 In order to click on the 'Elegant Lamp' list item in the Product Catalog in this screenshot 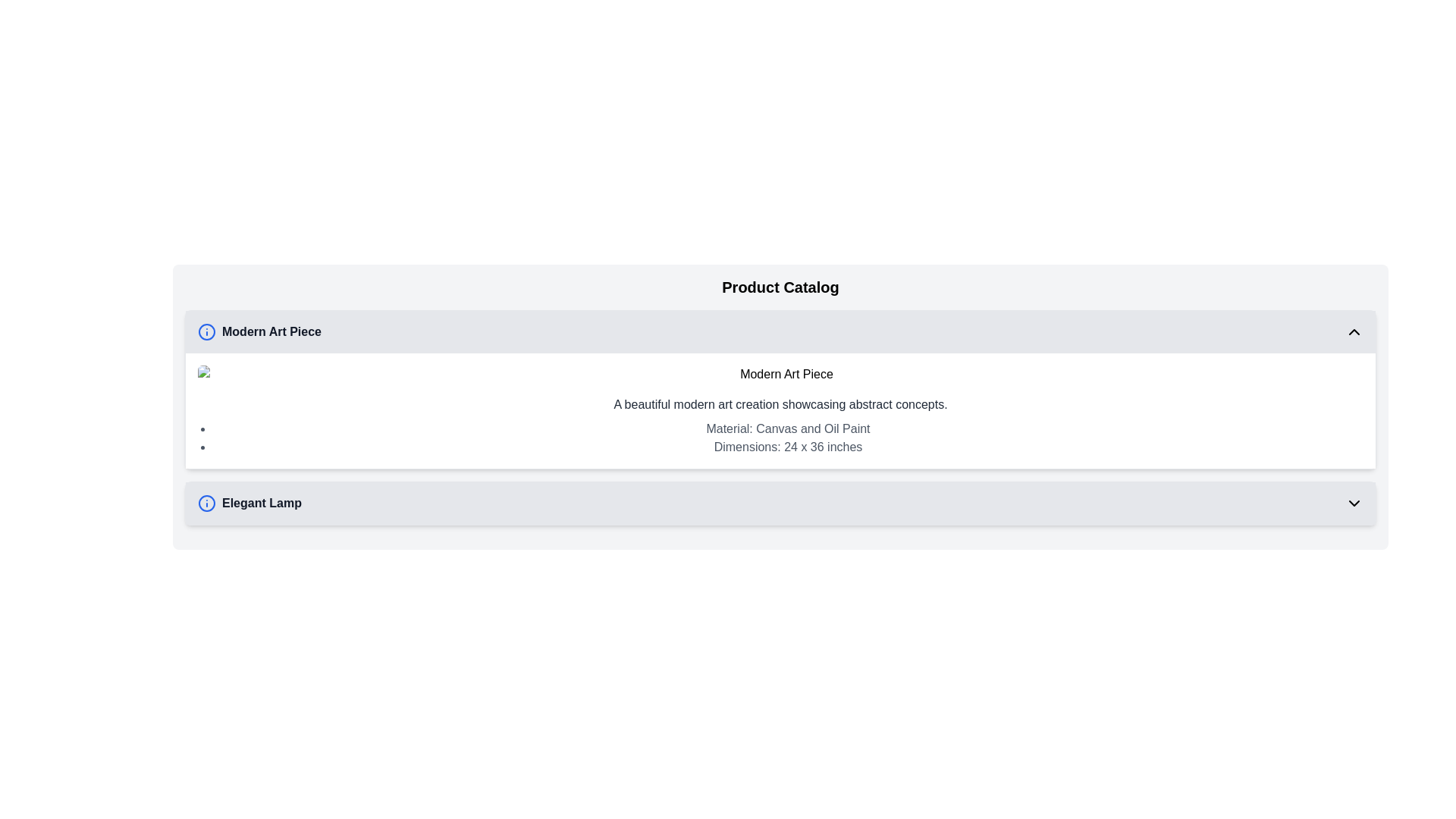, I will do `click(780, 503)`.